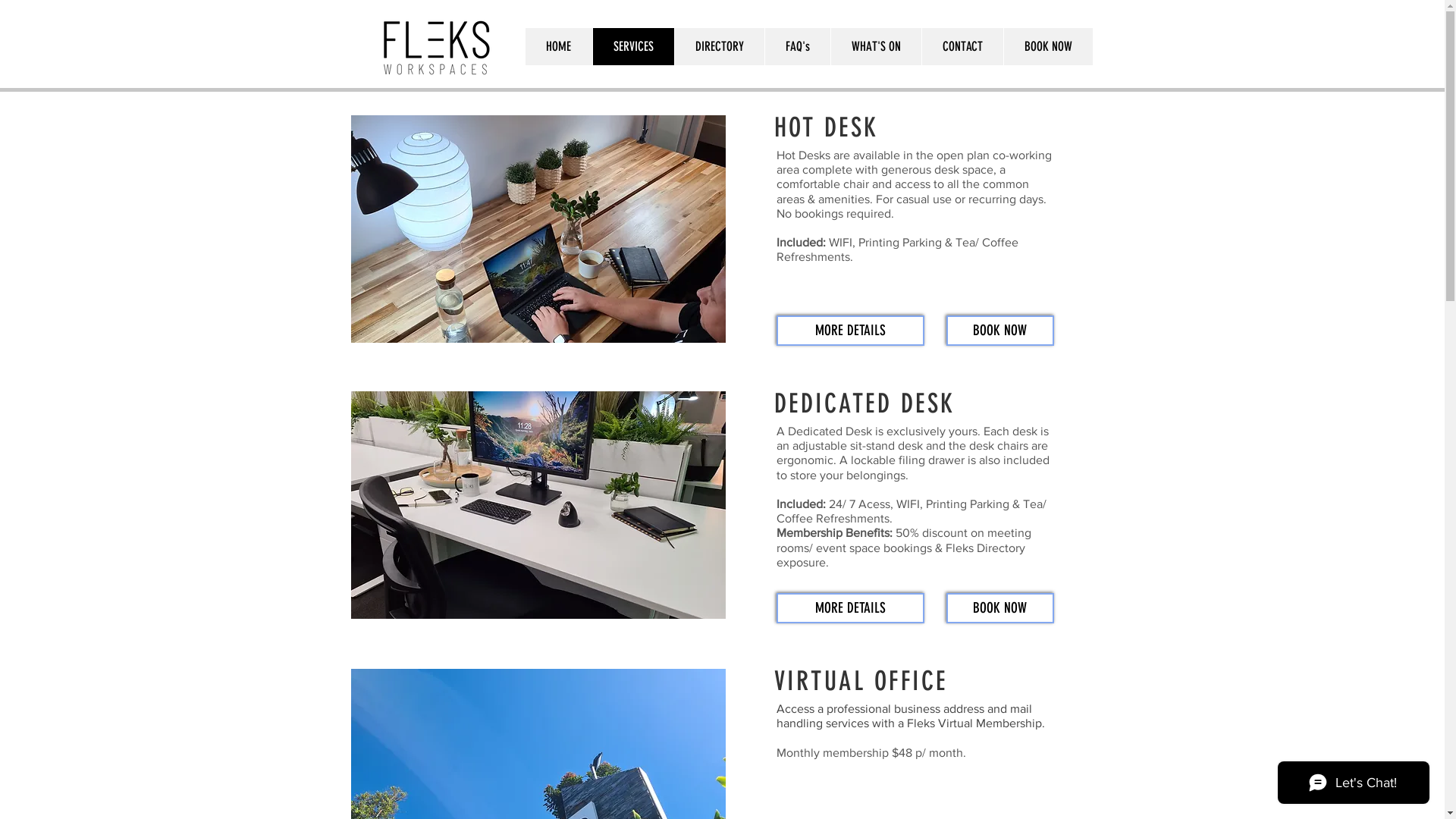 The height and width of the screenshot is (819, 1456). Describe the element at coordinates (920, 45) in the screenshot. I see `'CONTACT'` at that location.